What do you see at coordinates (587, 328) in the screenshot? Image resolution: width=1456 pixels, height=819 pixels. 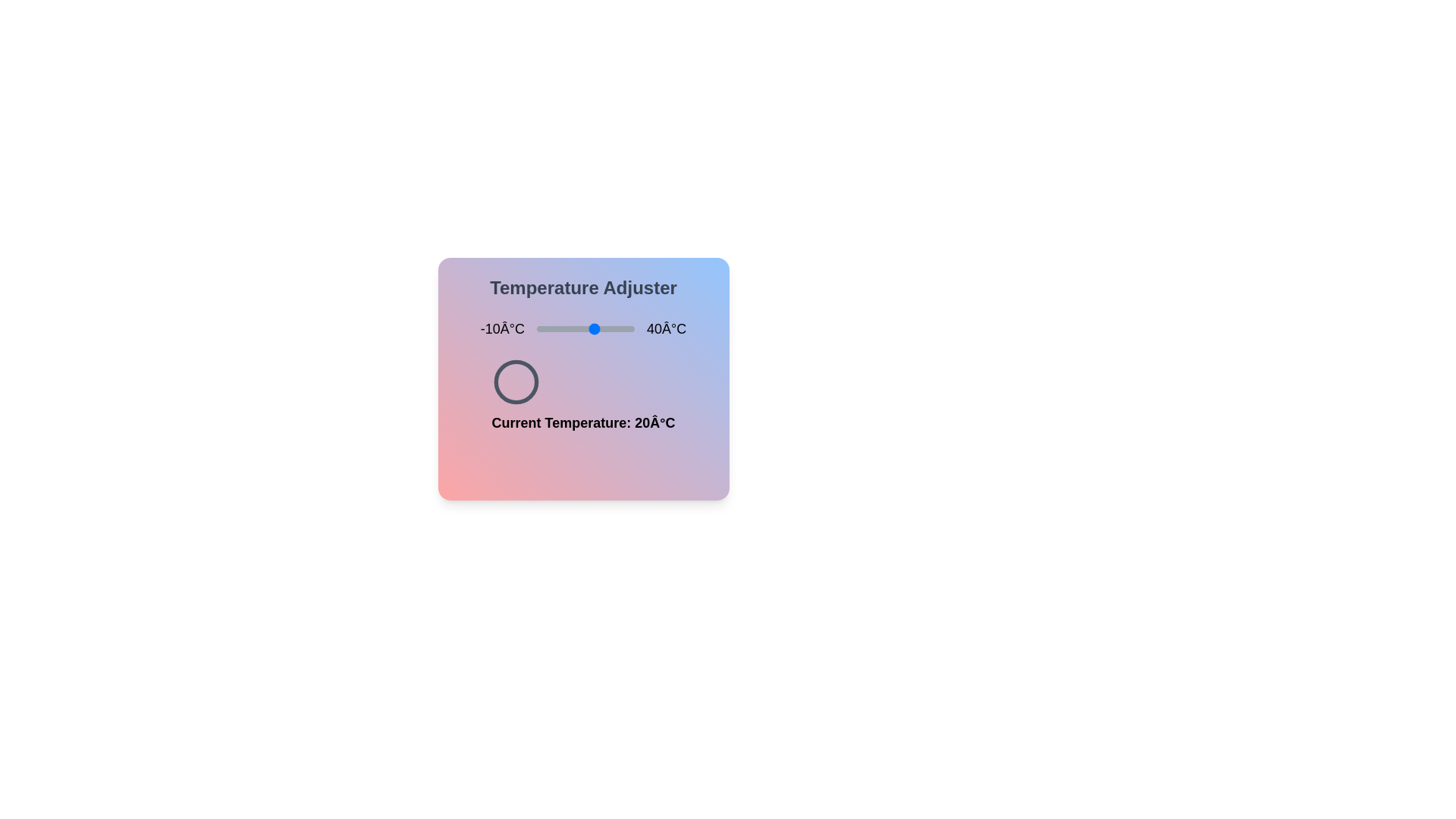 I see `the temperature to 16 degrees Celsius using the slider` at bounding box center [587, 328].